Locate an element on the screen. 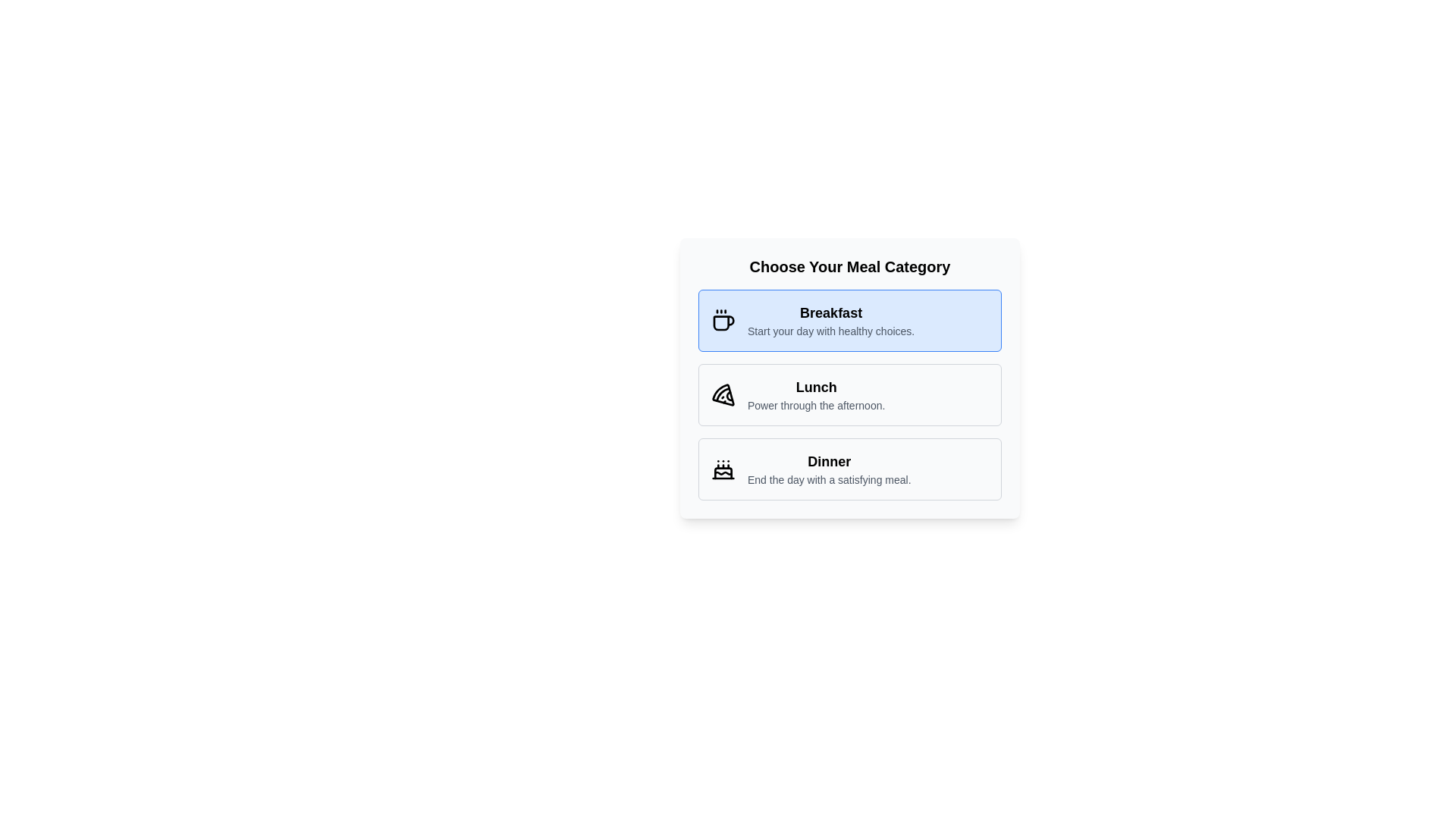 The width and height of the screenshot is (1456, 819). the 'Lunch' text block, which features a bold title and descriptive text, positioned in the second option of a vertically stacked menu of meal categories is located at coordinates (815, 394).